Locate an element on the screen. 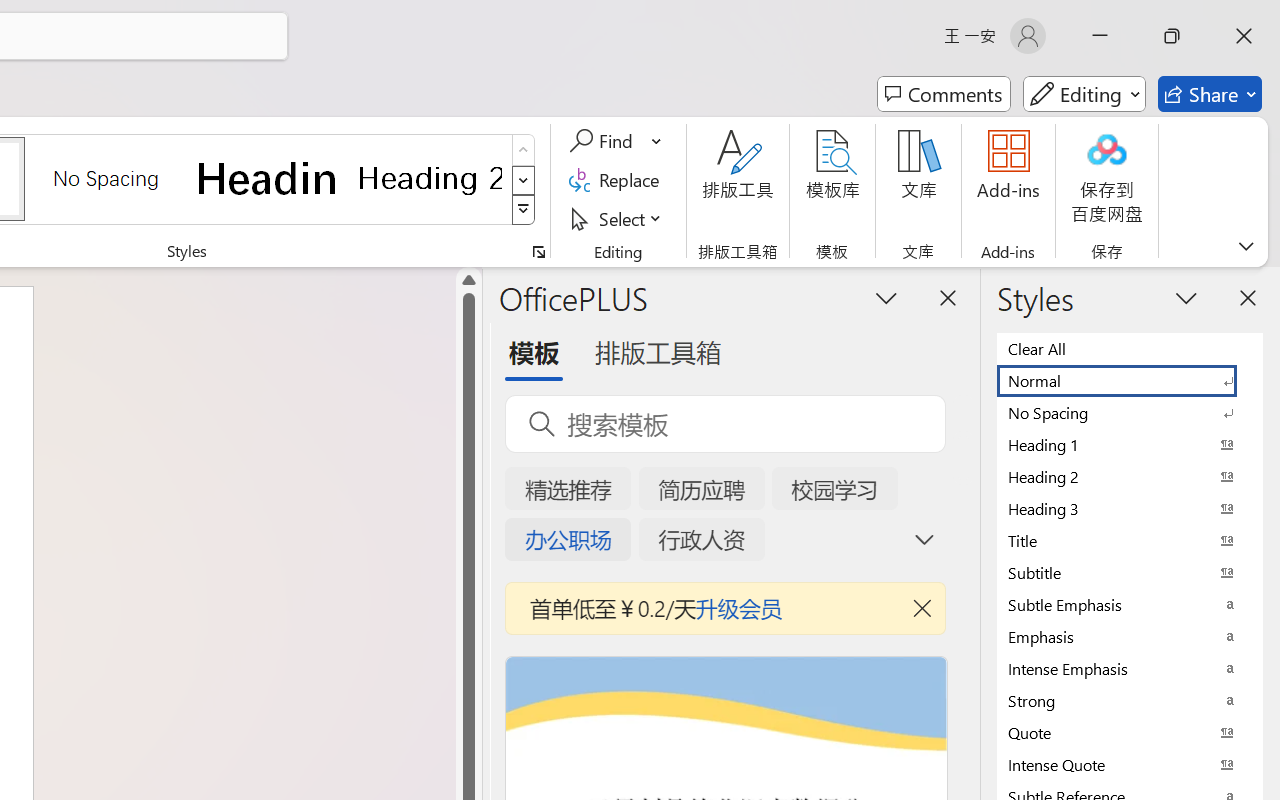 This screenshot has width=1280, height=800. 'Intense Quote' is located at coordinates (1130, 764).